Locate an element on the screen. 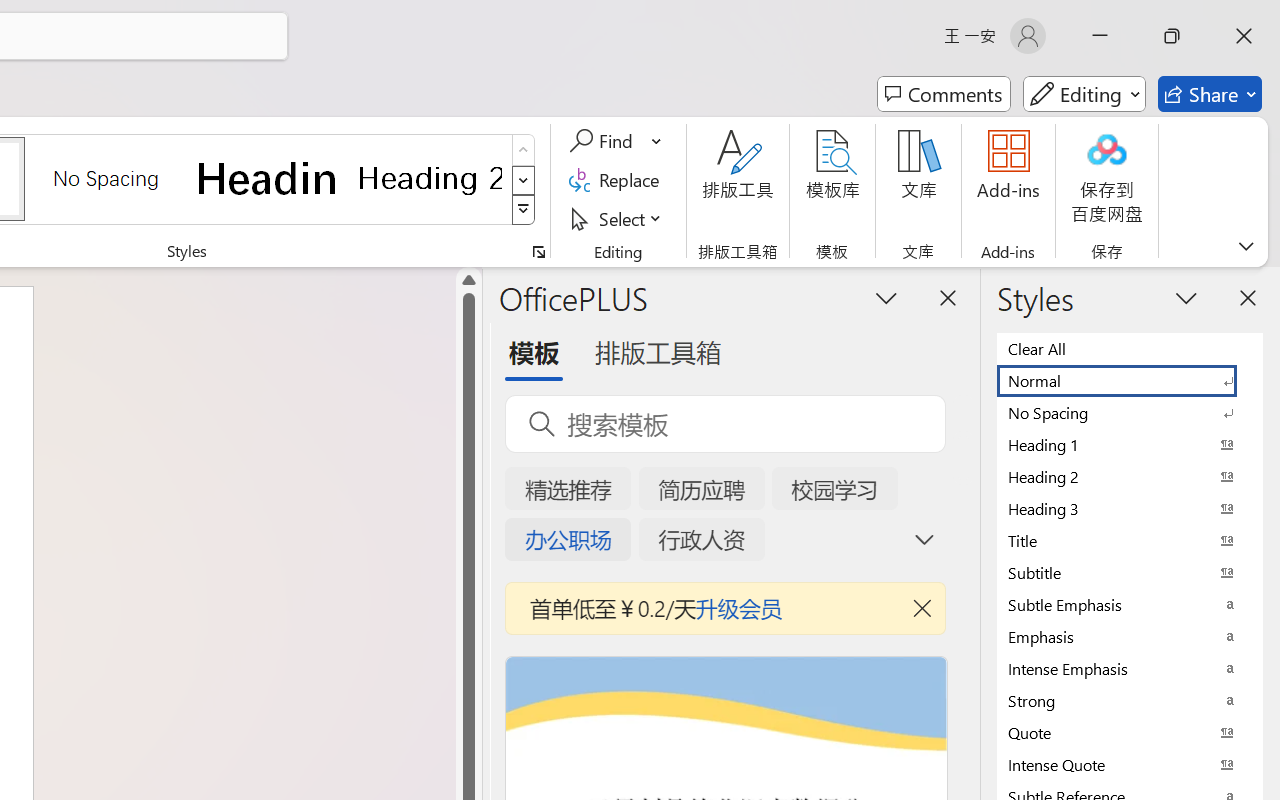 This screenshot has width=1280, height=800. 'Intense Quote' is located at coordinates (1130, 764).